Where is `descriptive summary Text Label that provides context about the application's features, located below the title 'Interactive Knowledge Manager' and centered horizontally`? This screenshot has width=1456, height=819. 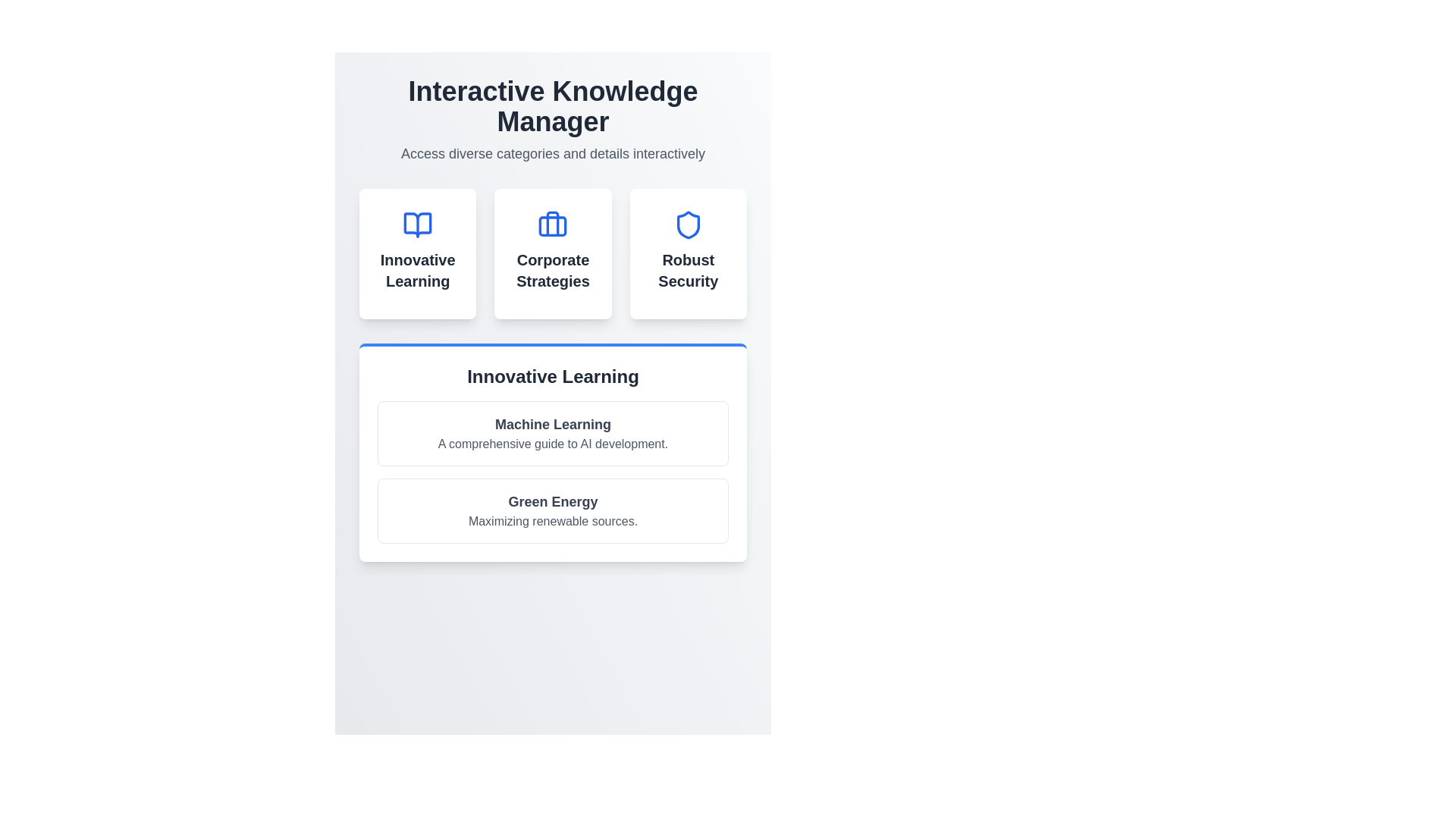
descriptive summary Text Label that provides context about the application's features, located below the title 'Interactive Knowledge Manager' and centered horizontally is located at coordinates (552, 154).